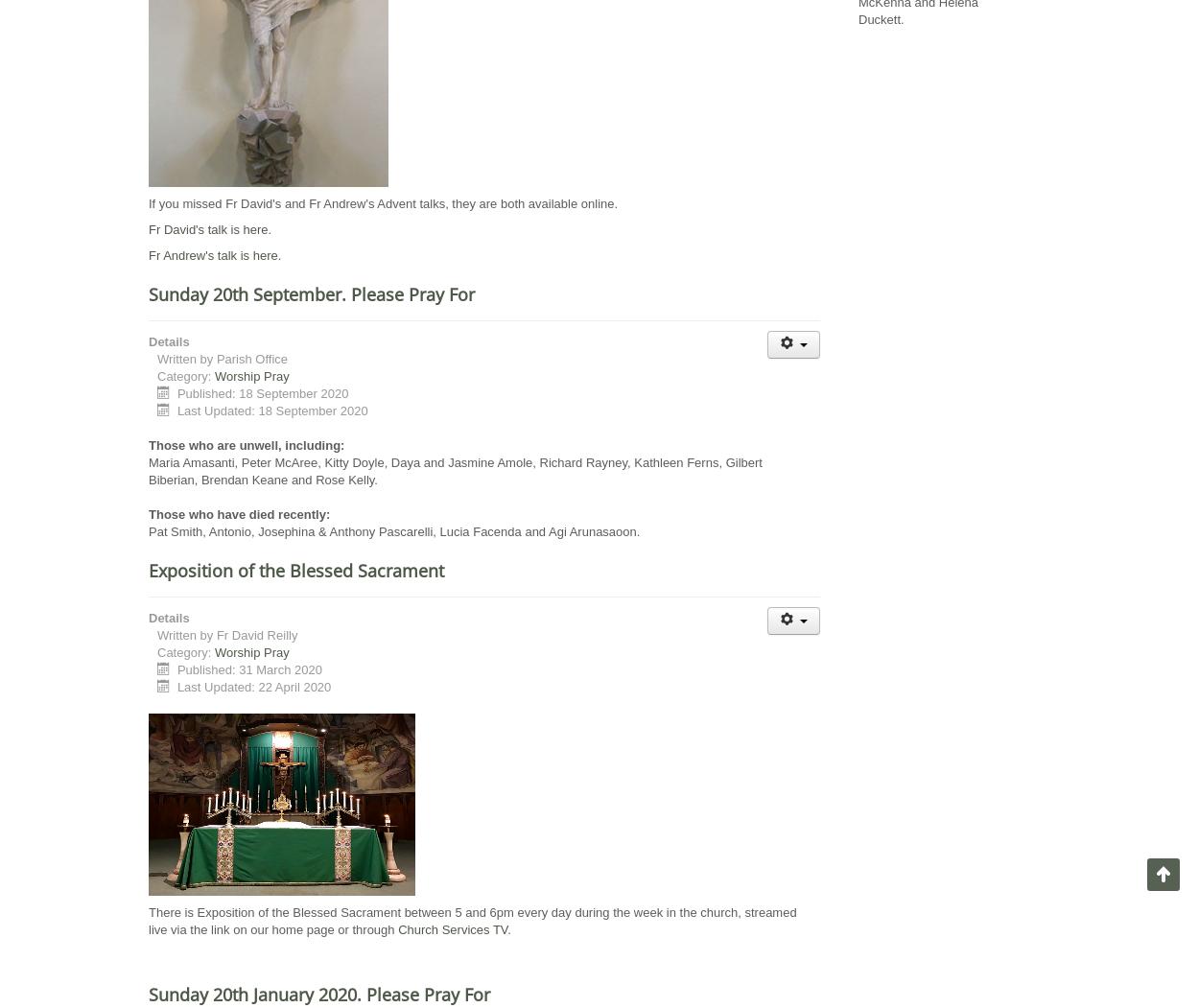  What do you see at coordinates (256, 635) in the screenshot?
I see `'Fr David Reilly'` at bounding box center [256, 635].